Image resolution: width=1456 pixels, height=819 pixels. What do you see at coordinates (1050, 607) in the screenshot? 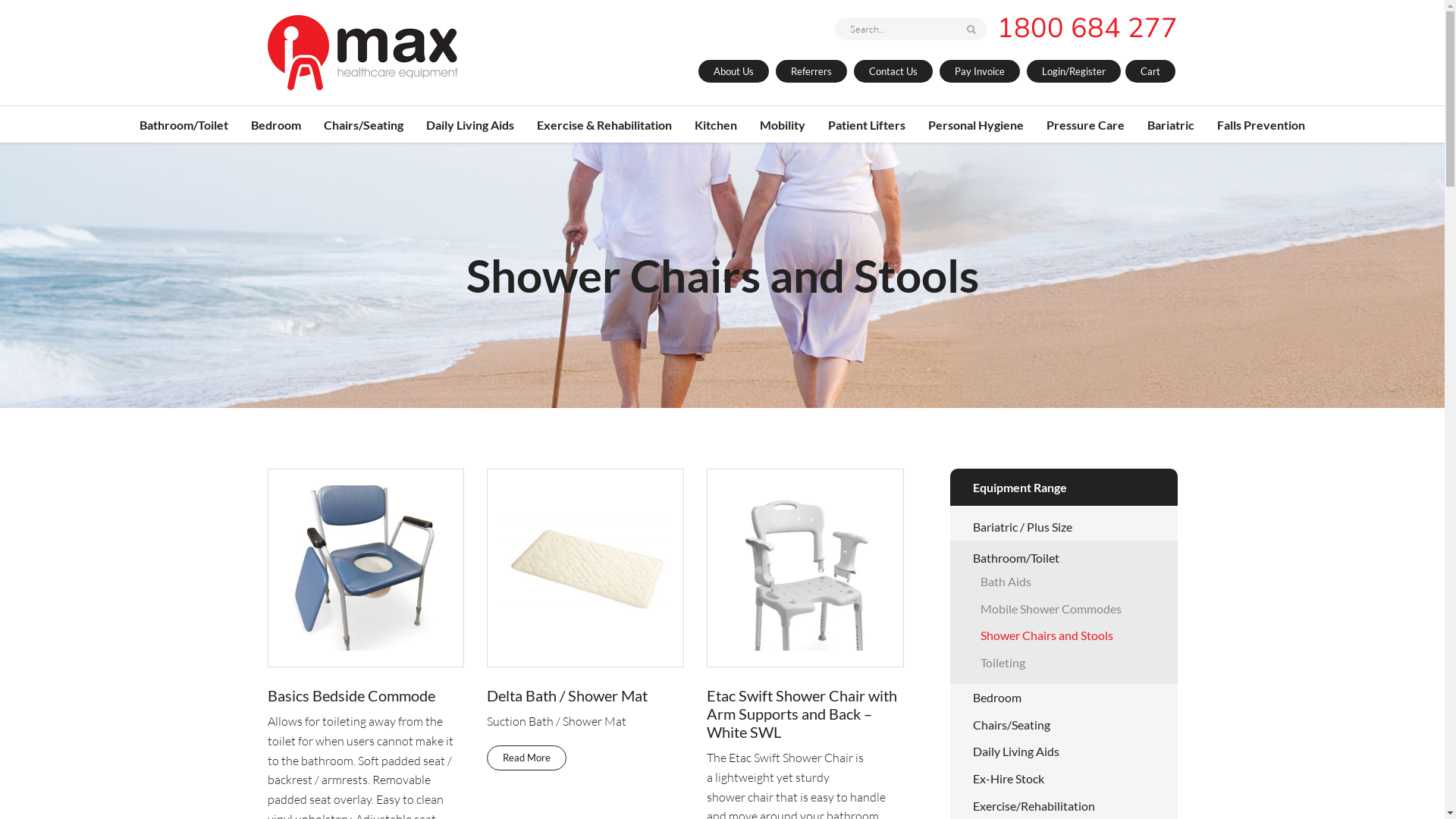
I see `'Mobile Shower Commodes'` at bounding box center [1050, 607].